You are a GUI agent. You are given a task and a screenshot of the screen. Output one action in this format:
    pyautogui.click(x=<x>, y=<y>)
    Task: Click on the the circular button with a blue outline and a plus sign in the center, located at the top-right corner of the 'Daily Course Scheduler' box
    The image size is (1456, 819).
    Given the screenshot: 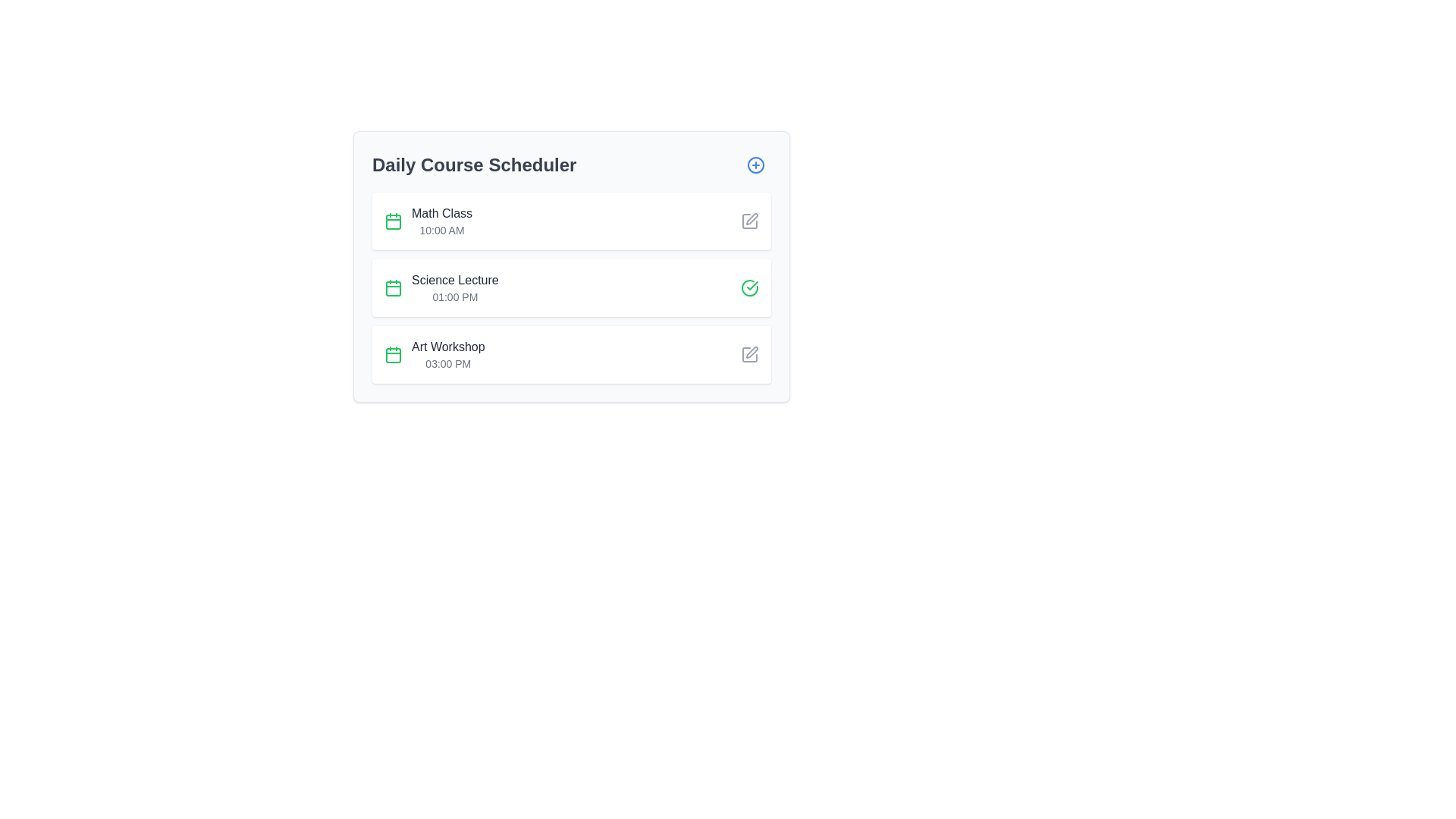 What is the action you would take?
    pyautogui.click(x=756, y=165)
    